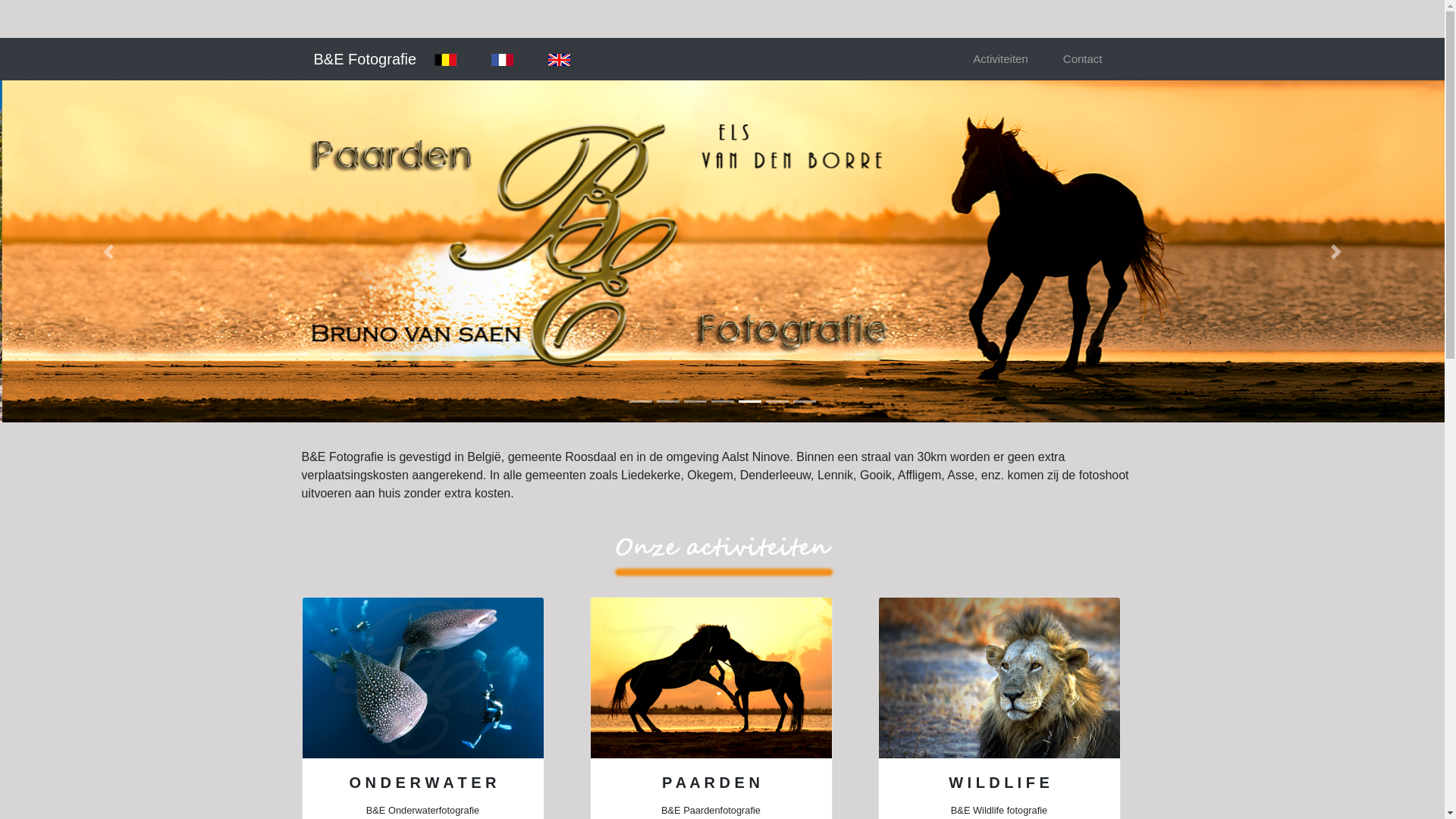 The width and height of the screenshot is (1456, 819). What do you see at coordinates (1082, 58) in the screenshot?
I see `'Contact'` at bounding box center [1082, 58].